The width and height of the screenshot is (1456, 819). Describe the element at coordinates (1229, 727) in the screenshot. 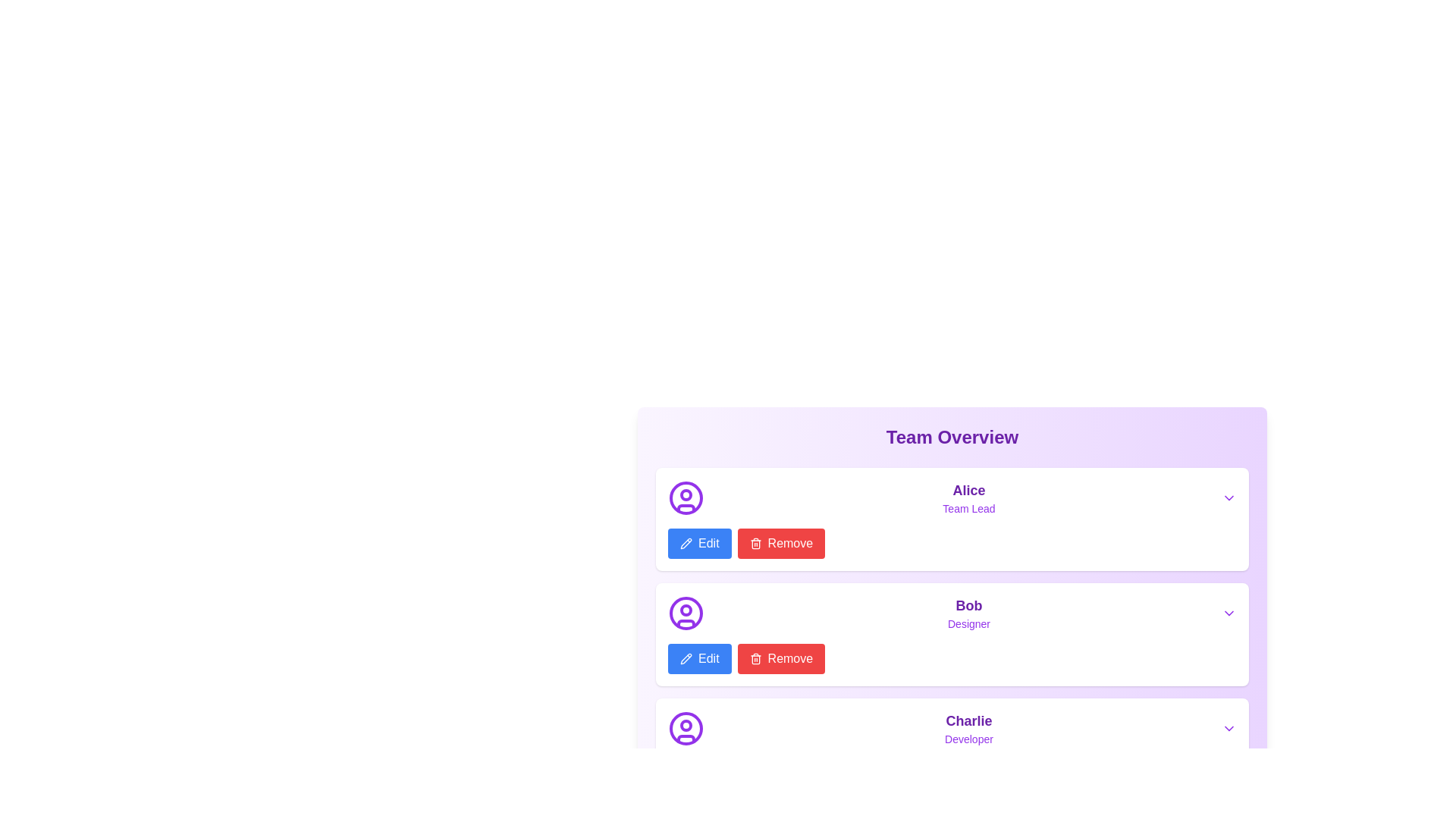

I see `the purple downward-pointing chevron dropdown toggle button located at the far-right end of the 'Charlie, Developer' section` at that location.